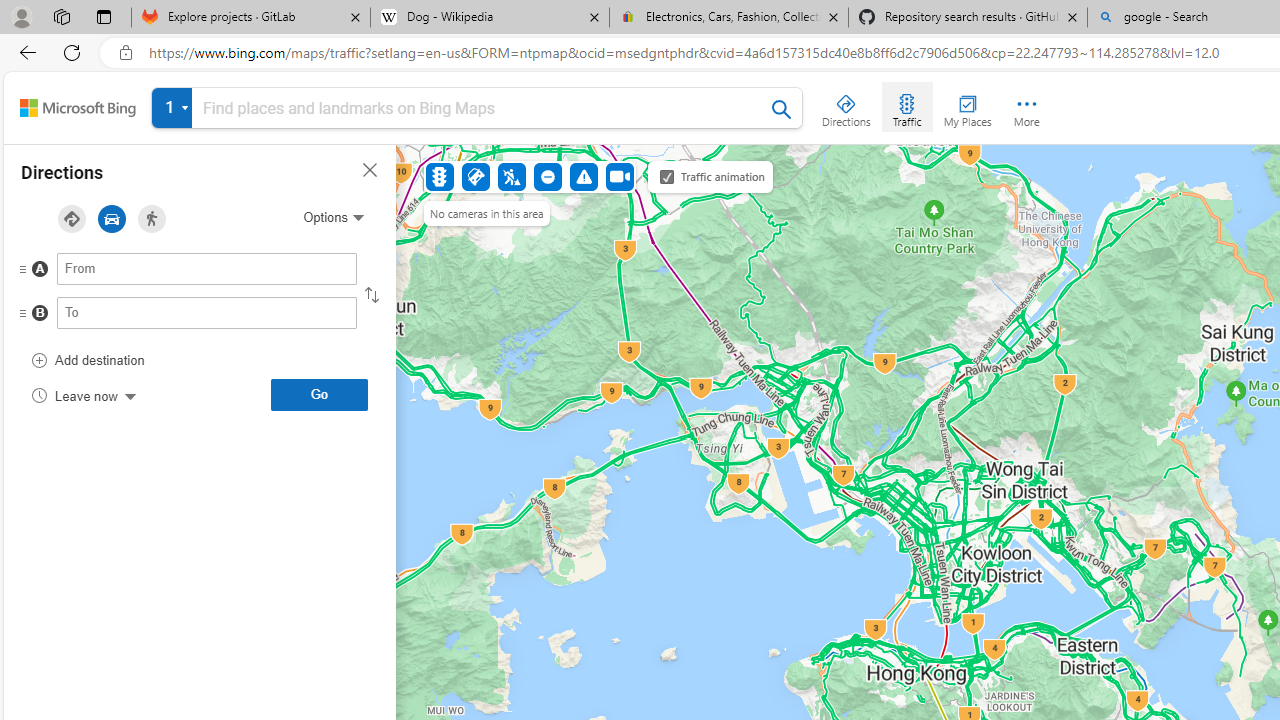  Describe the element at coordinates (482, 108) in the screenshot. I see `'Add a search'` at that location.